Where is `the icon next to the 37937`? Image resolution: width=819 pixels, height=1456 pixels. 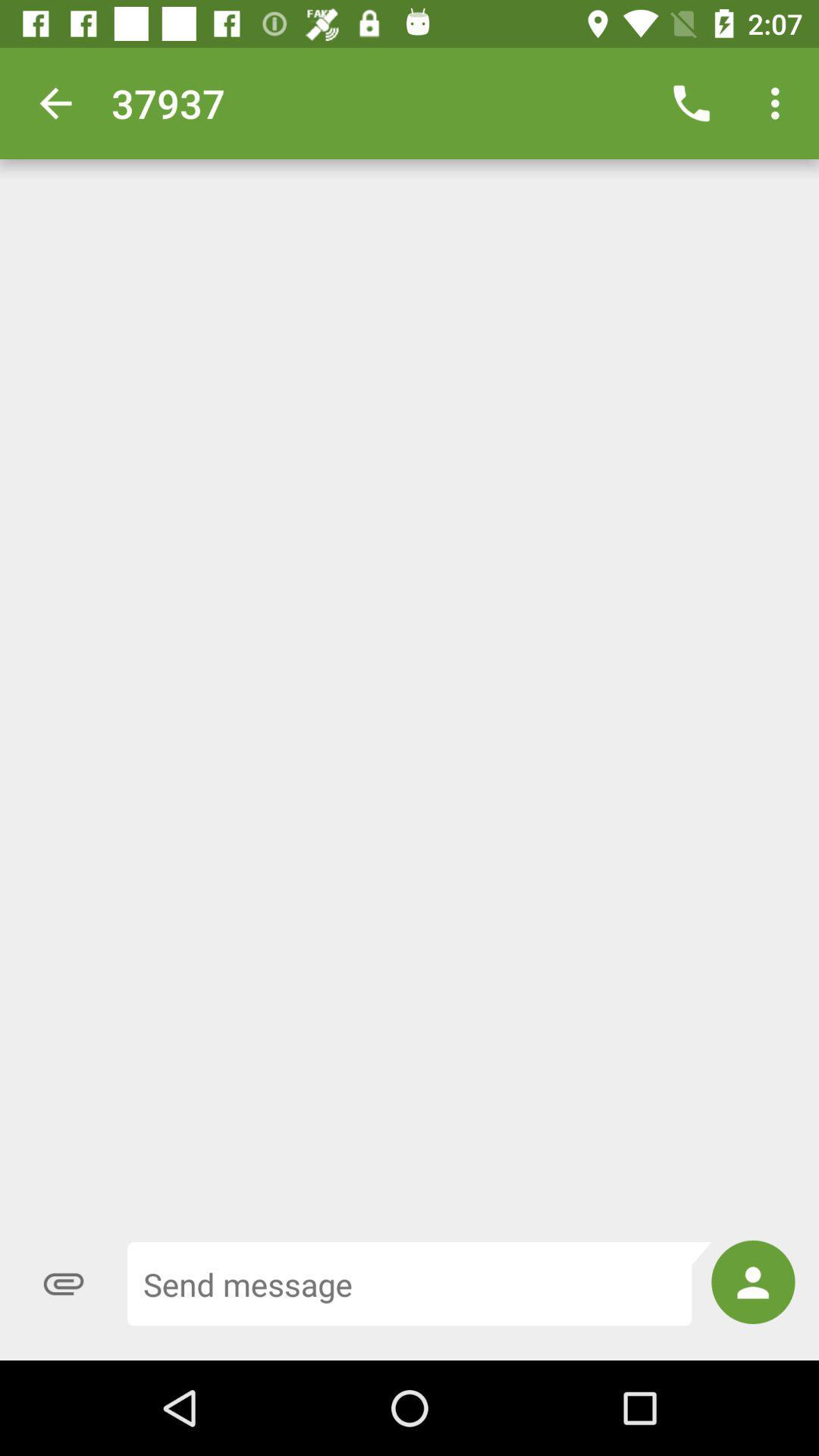
the icon next to the 37937 is located at coordinates (55, 102).